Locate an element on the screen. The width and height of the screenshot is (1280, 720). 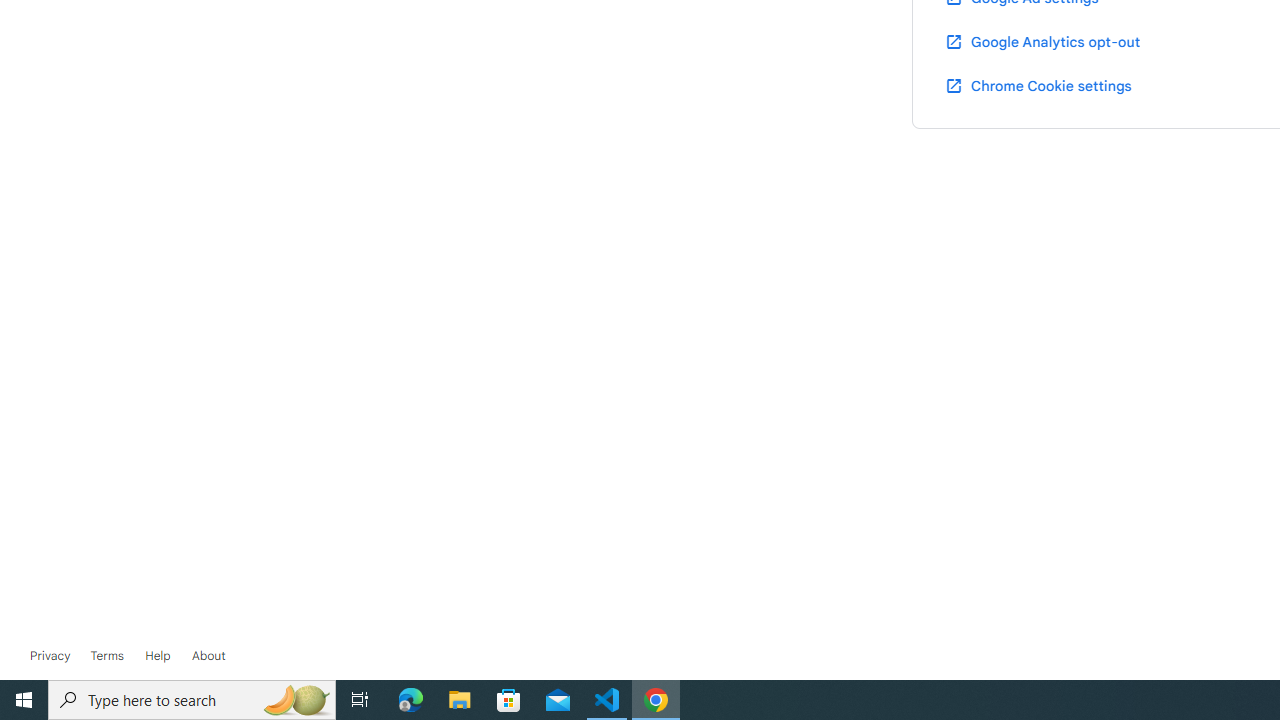
'Google Analytics opt-out' is located at coordinates (1040, 41).